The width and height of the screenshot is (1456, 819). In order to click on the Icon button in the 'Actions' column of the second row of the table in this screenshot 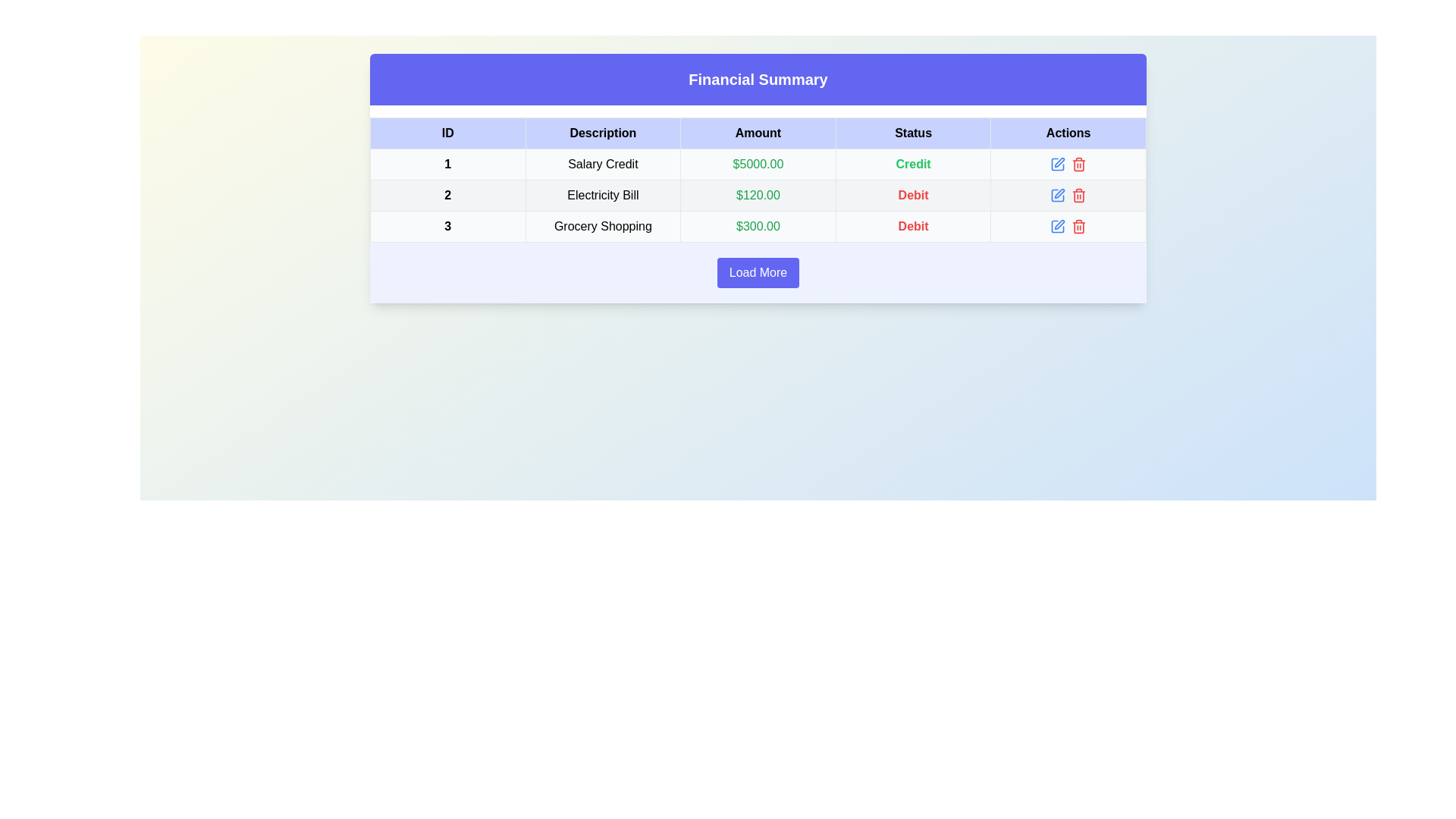, I will do `click(1057, 195)`.